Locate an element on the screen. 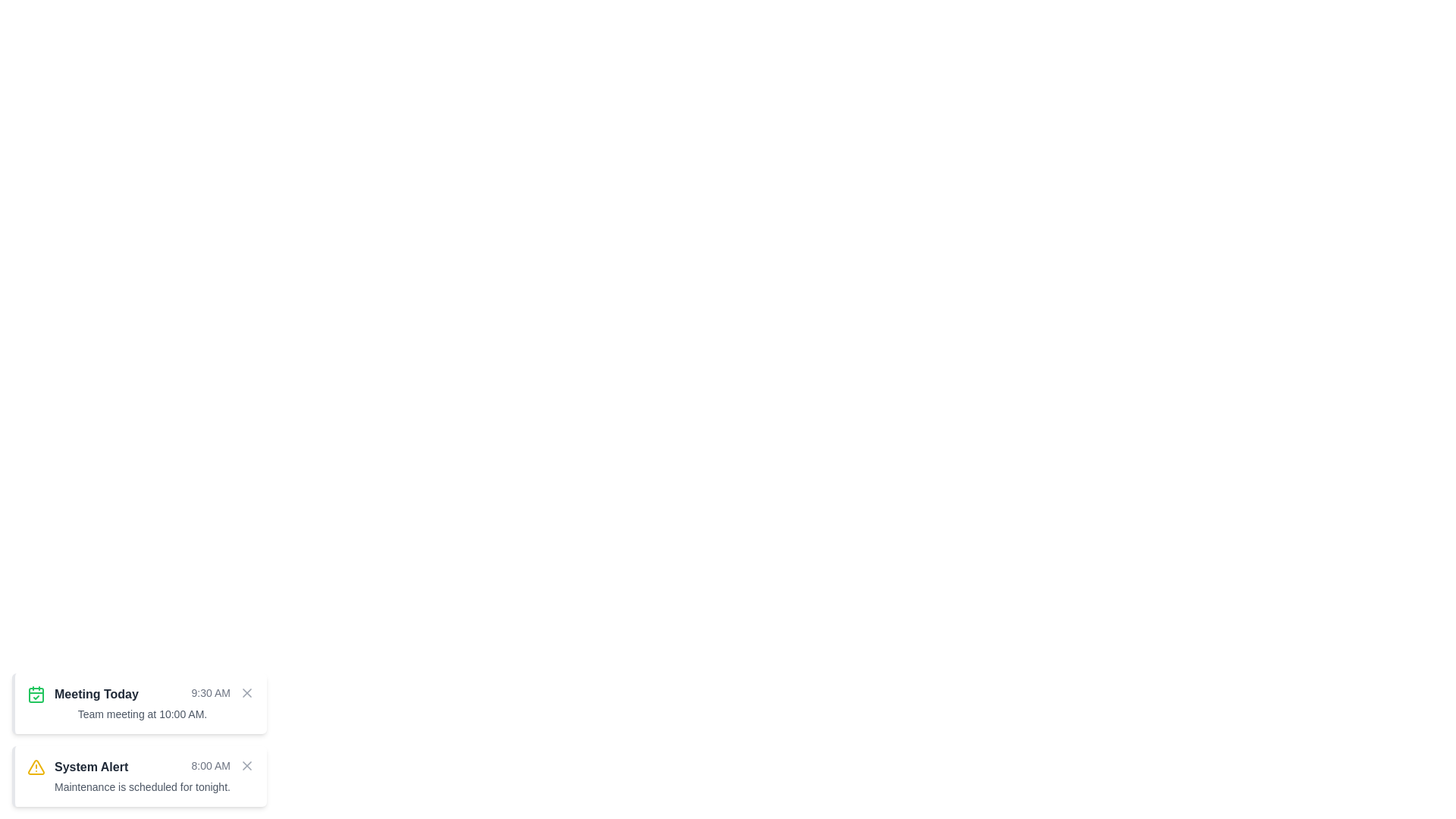  the close icon located in the top-right corner of the 'System Alert' notification card is located at coordinates (247, 693).